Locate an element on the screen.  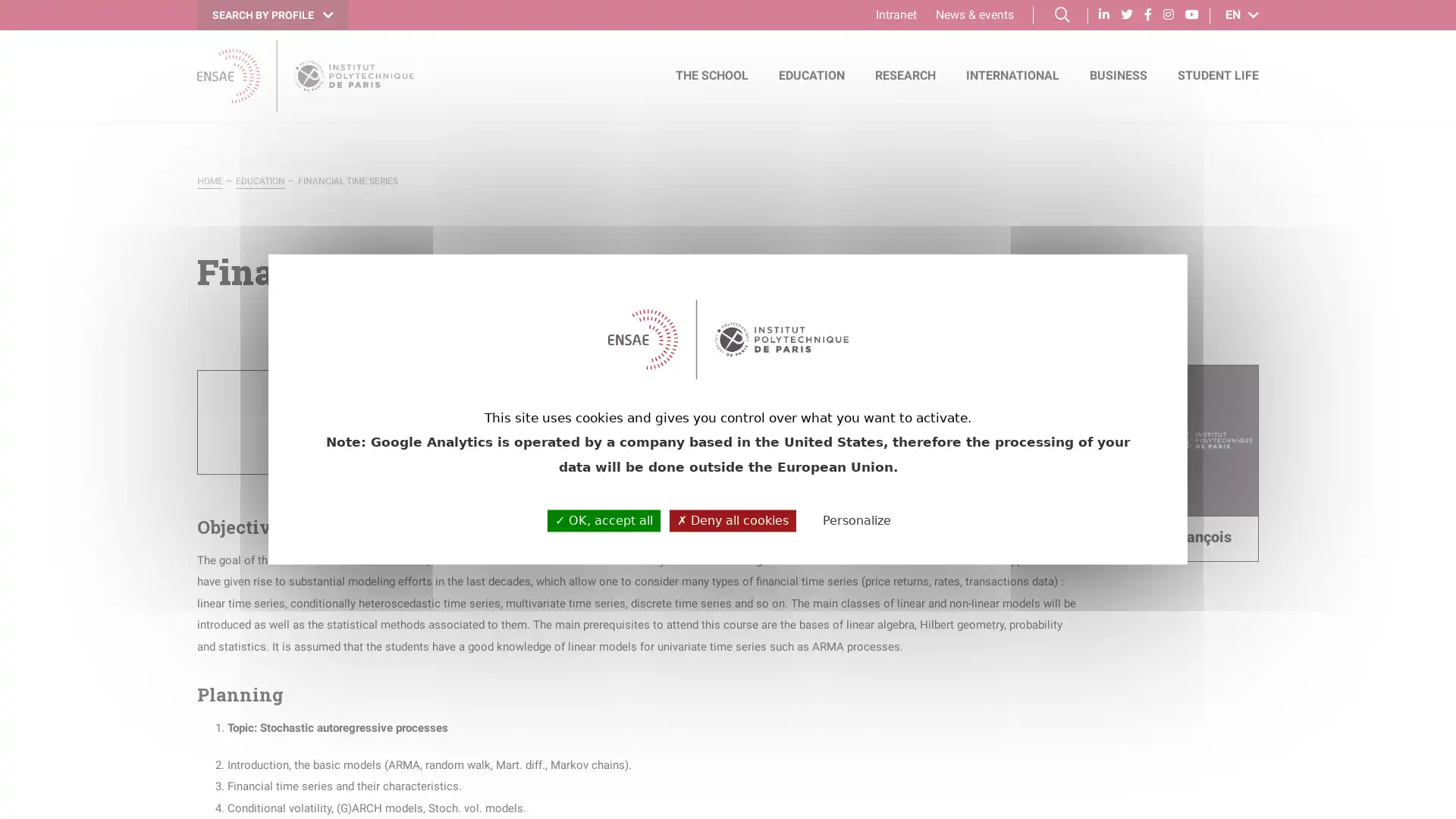
Personalize is located at coordinates (856, 520).